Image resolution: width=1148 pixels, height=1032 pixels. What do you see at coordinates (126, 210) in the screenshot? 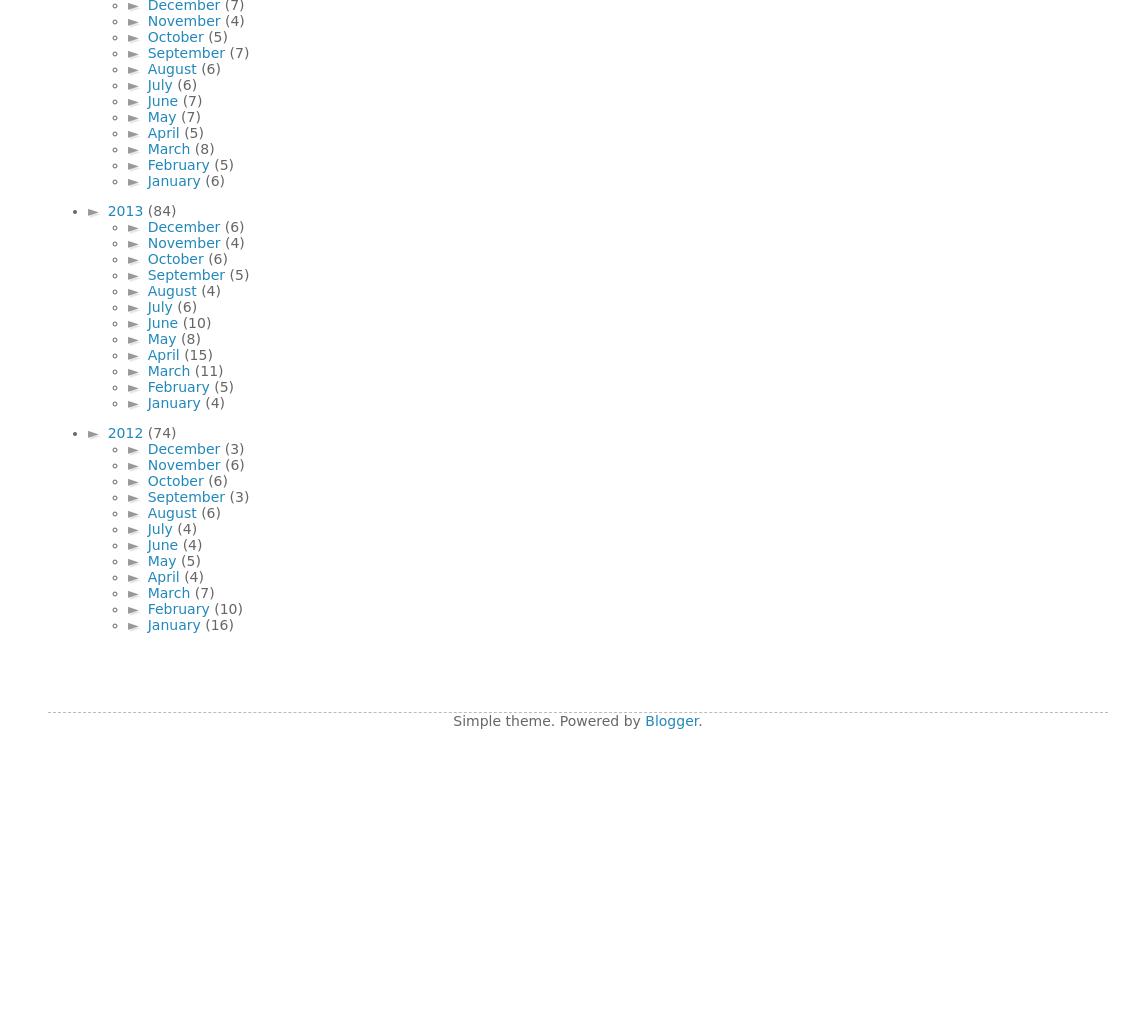
I see `'2013'` at bounding box center [126, 210].